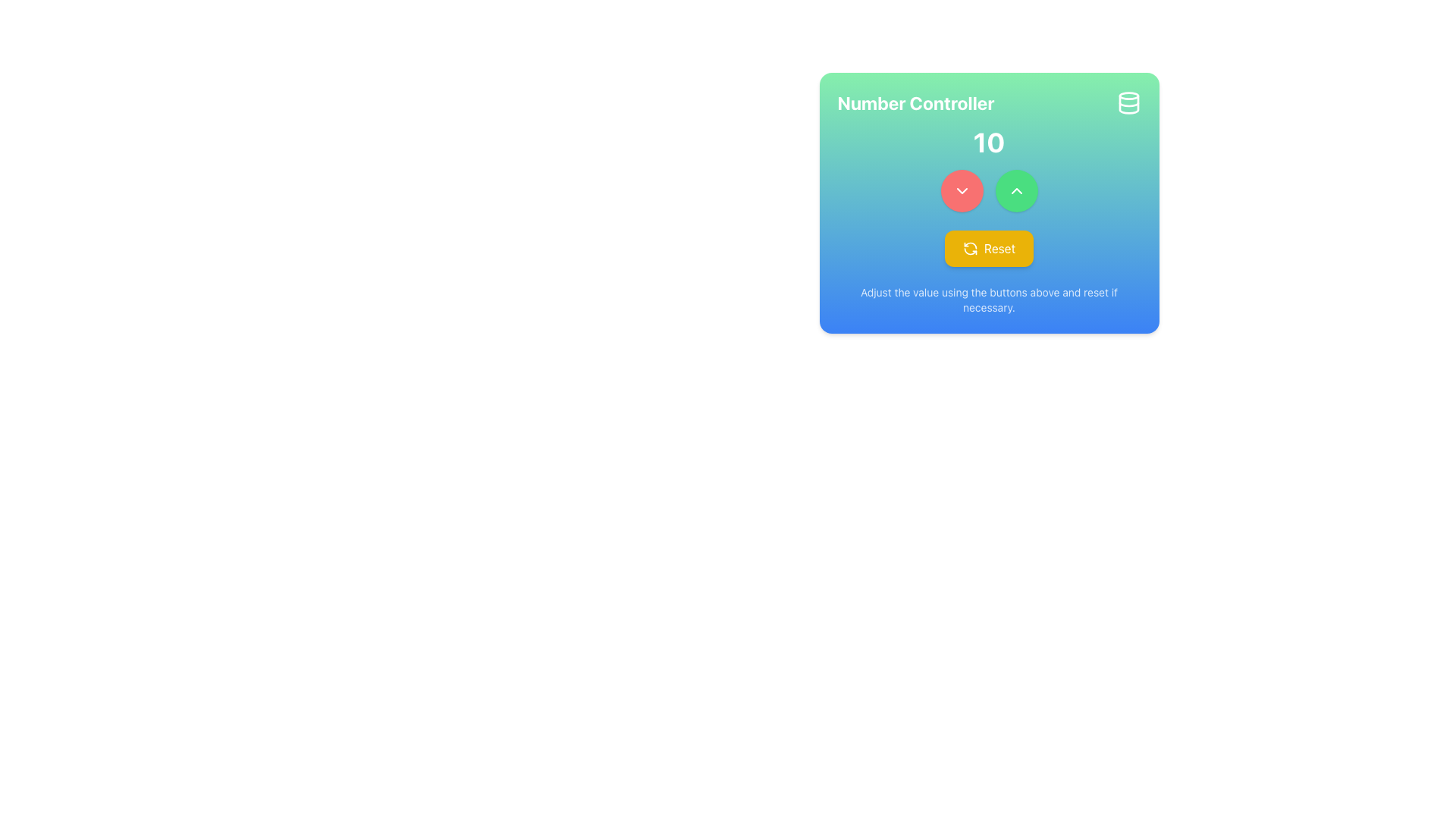 The image size is (1456, 819). Describe the element at coordinates (961, 190) in the screenshot. I see `the downward-pointing chevron icon inside the circular red button located on the left side of the circular buttons section` at that location.